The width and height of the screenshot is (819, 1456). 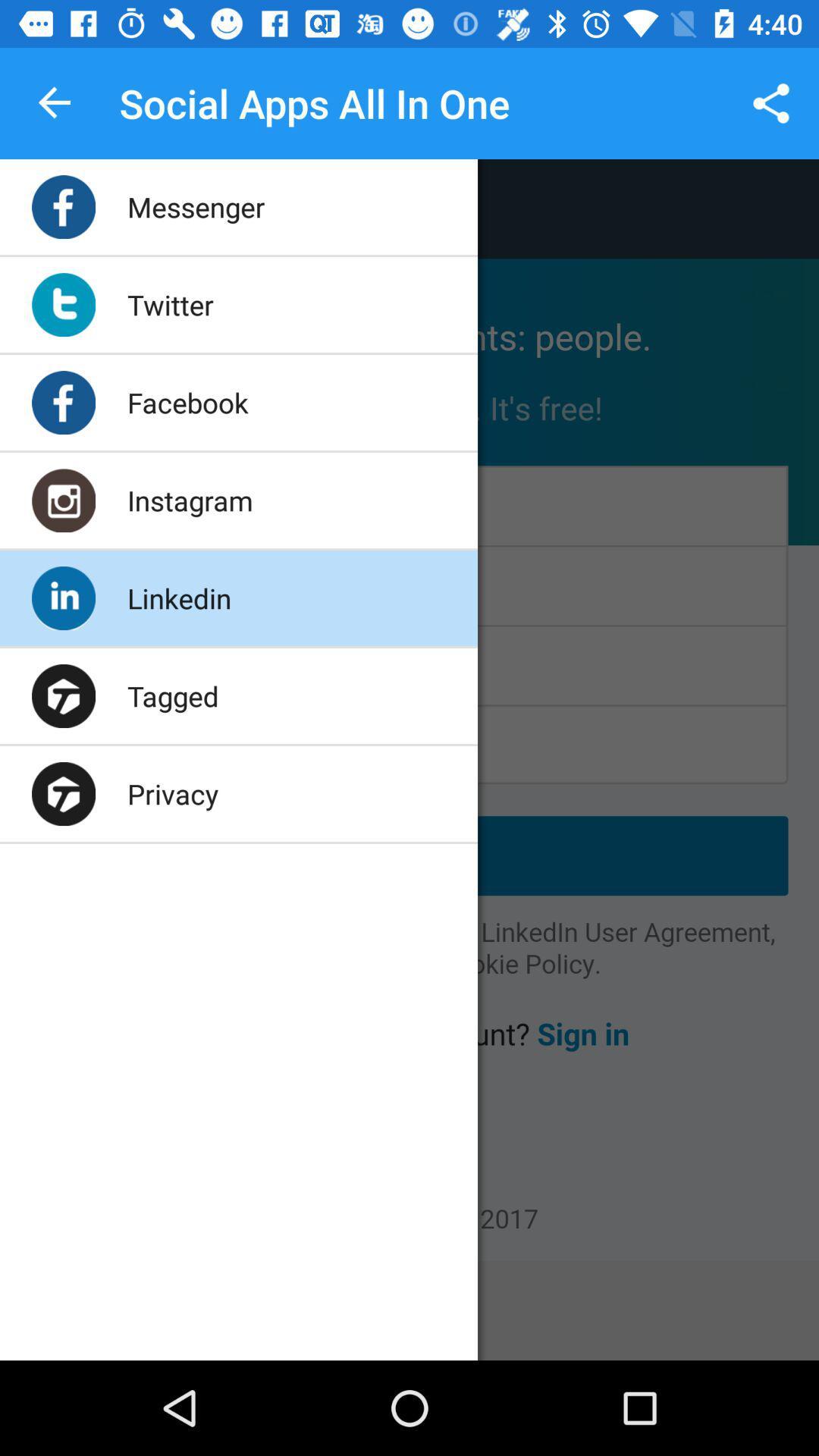 What do you see at coordinates (55, 102) in the screenshot?
I see `icon to the left of social apps all icon` at bounding box center [55, 102].